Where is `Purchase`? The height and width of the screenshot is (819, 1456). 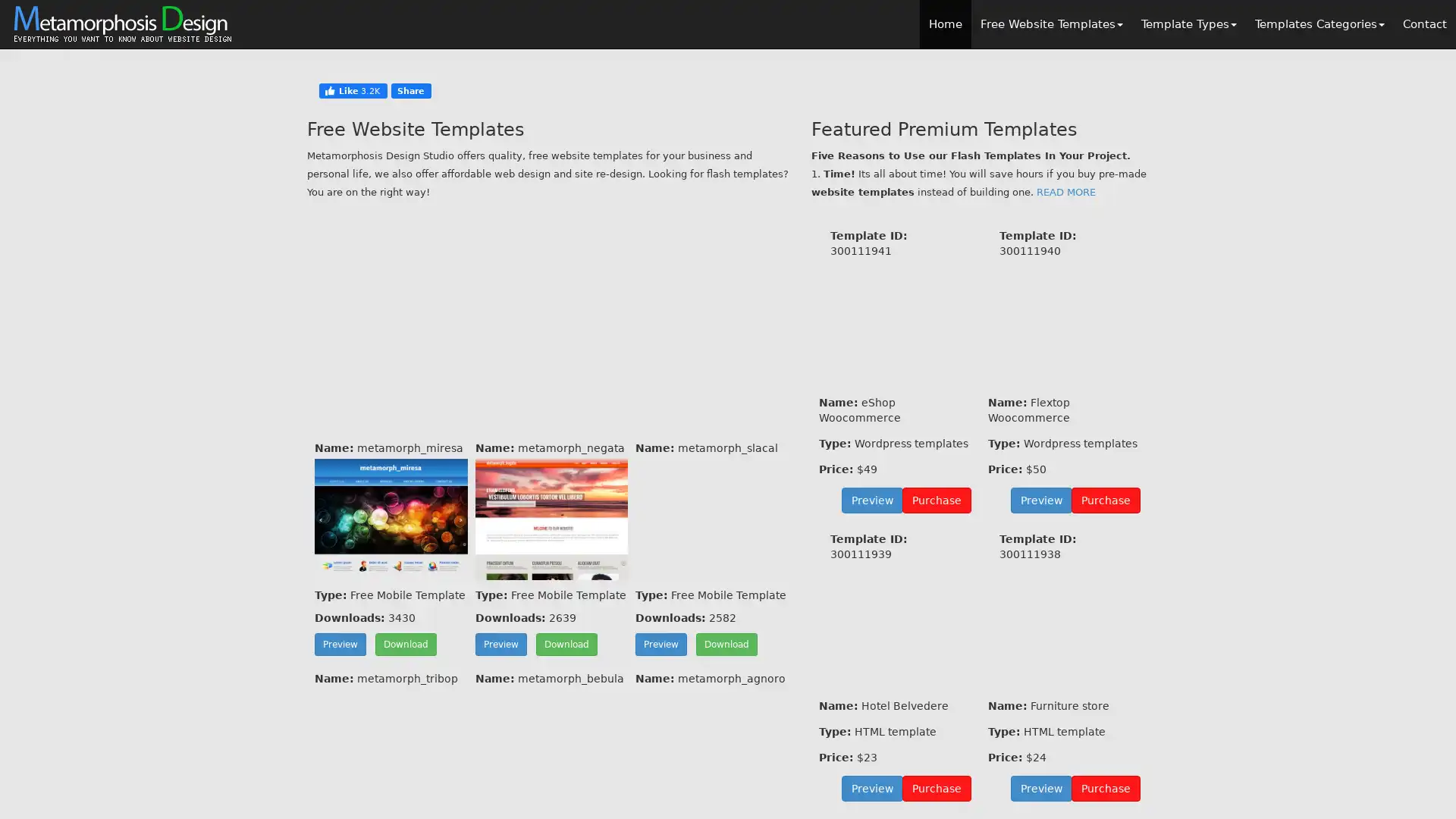 Purchase is located at coordinates (1105, 500).